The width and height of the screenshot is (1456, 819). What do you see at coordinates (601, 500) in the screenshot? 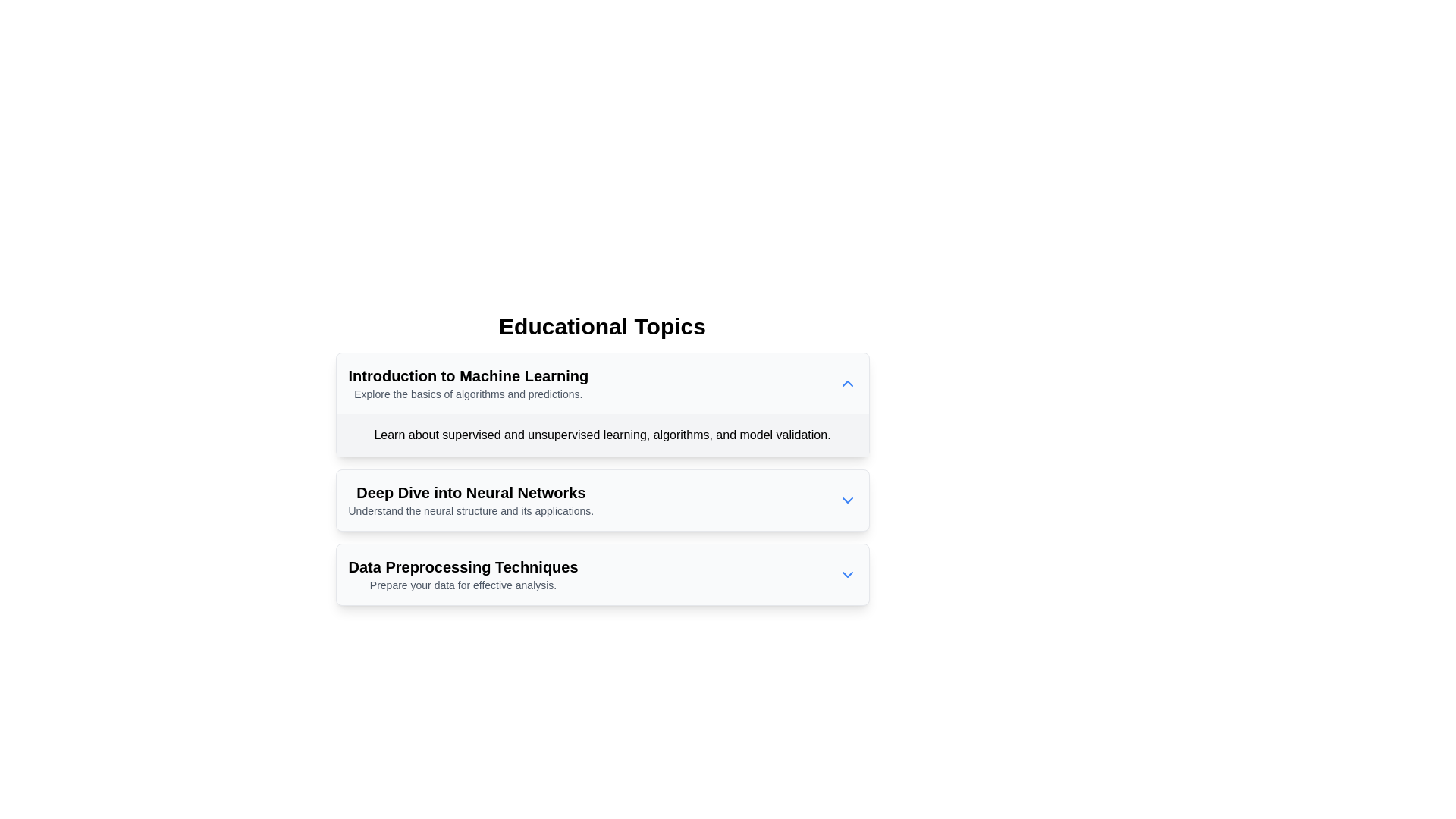
I see `the collapsible list item labeled 'Deep Dive into Neural Networks'` at bounding box center [601, 500].